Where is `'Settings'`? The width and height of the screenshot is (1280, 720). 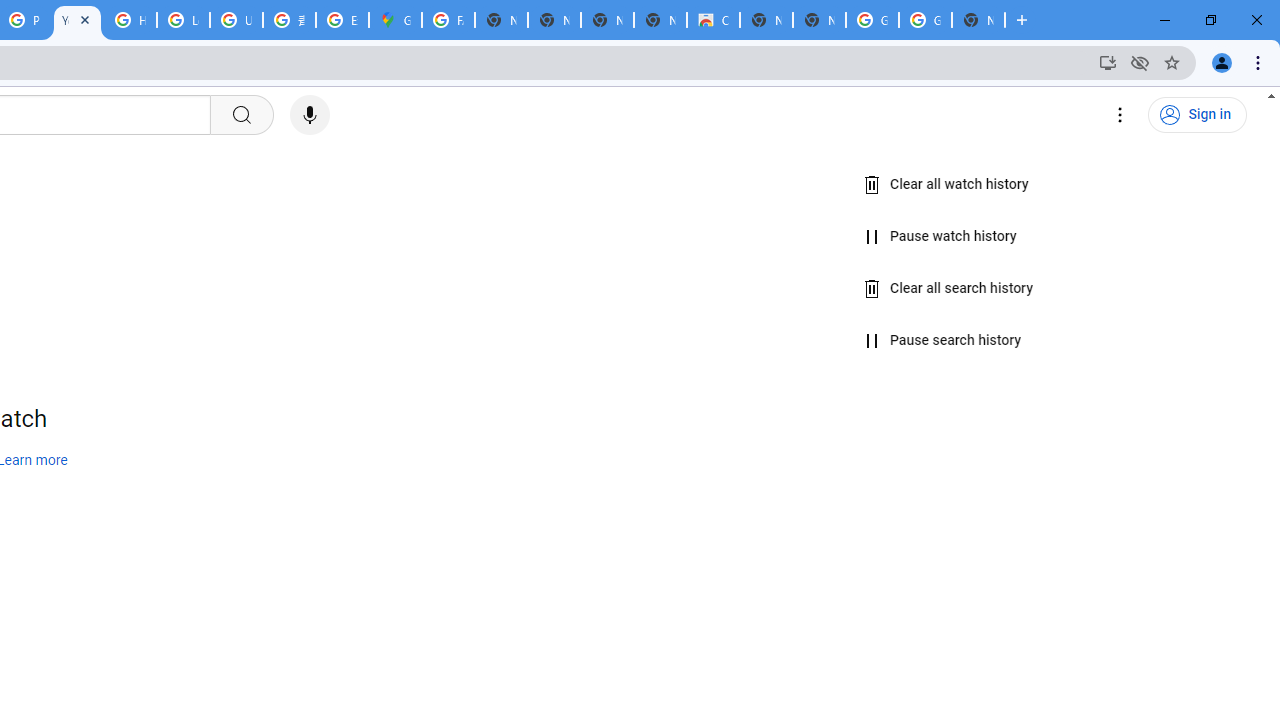 'Settings' is located at coordinates (1120, 115).